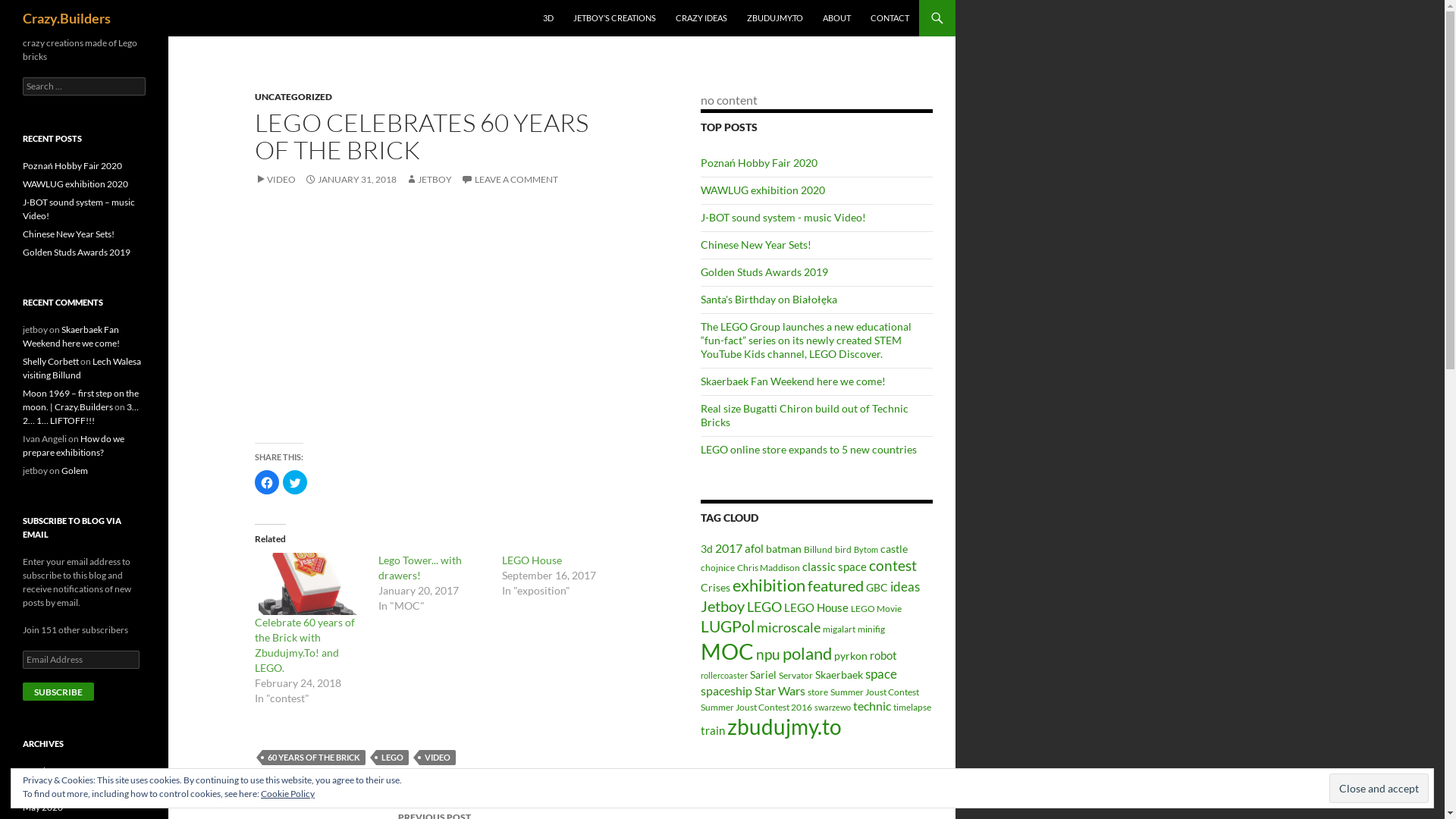 The image size is (1456, 819). I want to click on 'Shelly Corbett', so click(51, 361).